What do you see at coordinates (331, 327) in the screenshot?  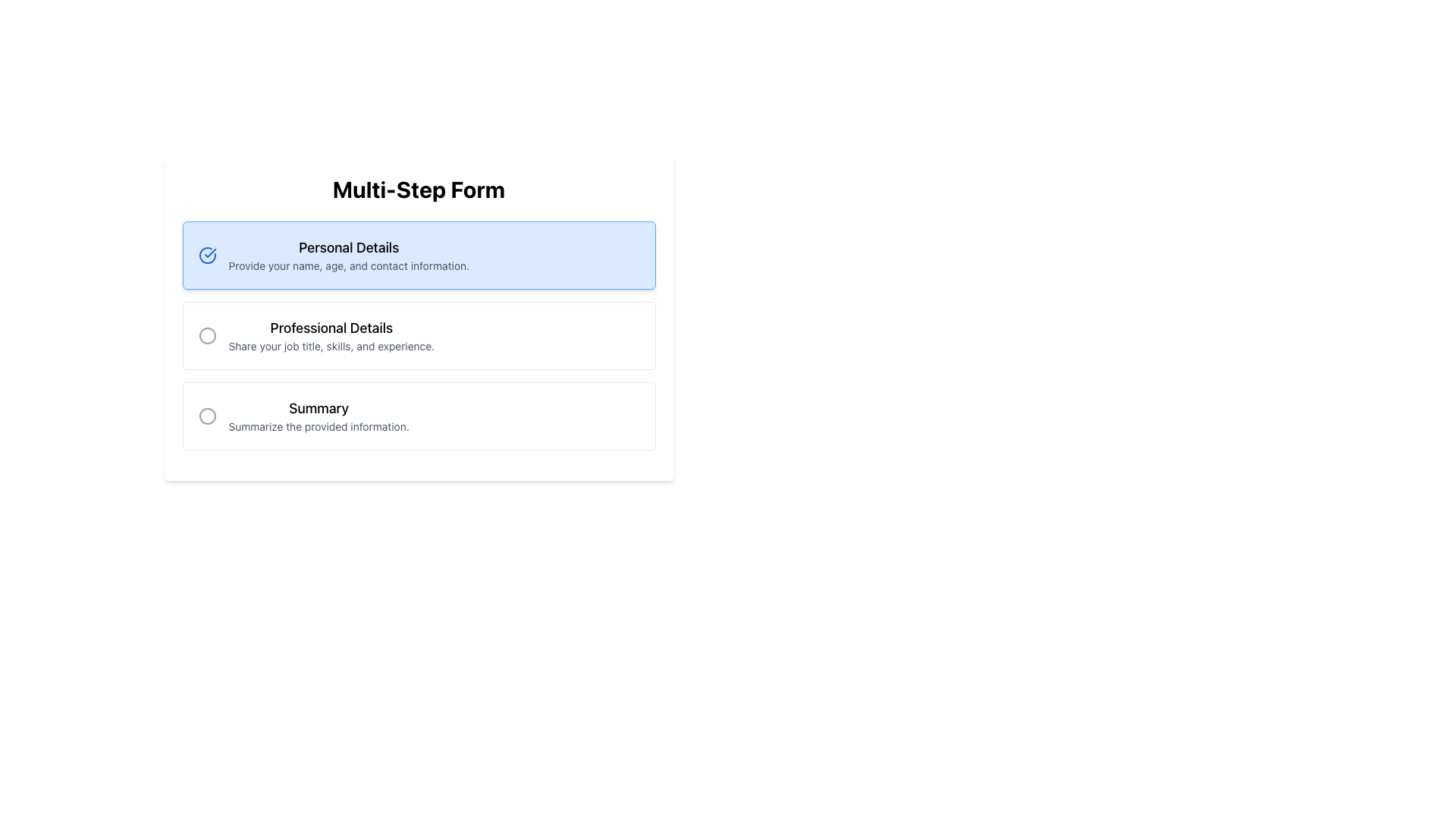 I see `the Text label or section heading that serves as the title for the section, positioned between 'Personal Details' and 'Summary' in the multi-step form layout` at bounding box center [331, 327].